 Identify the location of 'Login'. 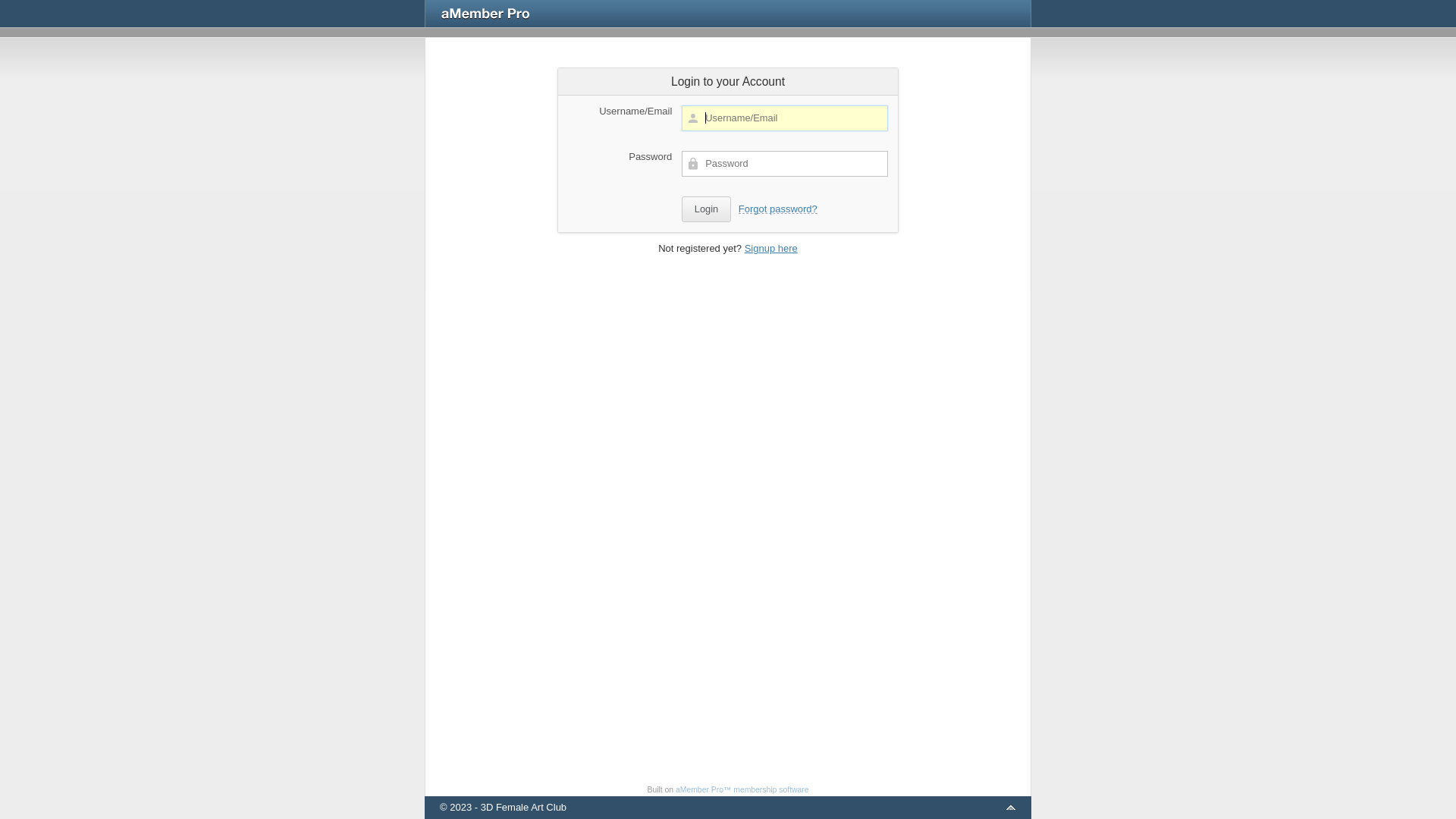
(705, 209).